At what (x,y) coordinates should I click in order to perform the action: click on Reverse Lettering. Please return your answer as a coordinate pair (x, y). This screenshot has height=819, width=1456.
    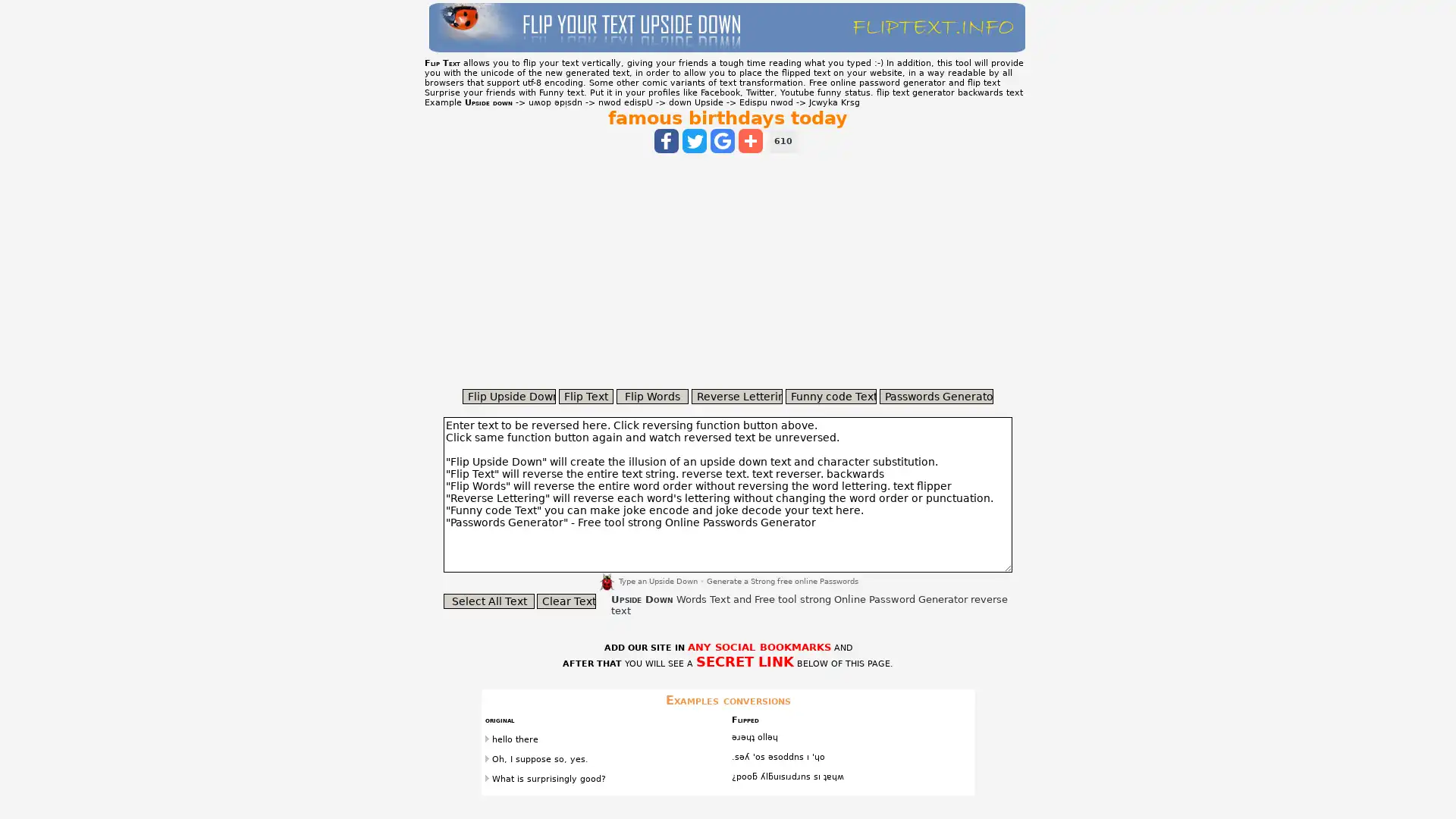
    Looking at the image, I should click on (736, 396).